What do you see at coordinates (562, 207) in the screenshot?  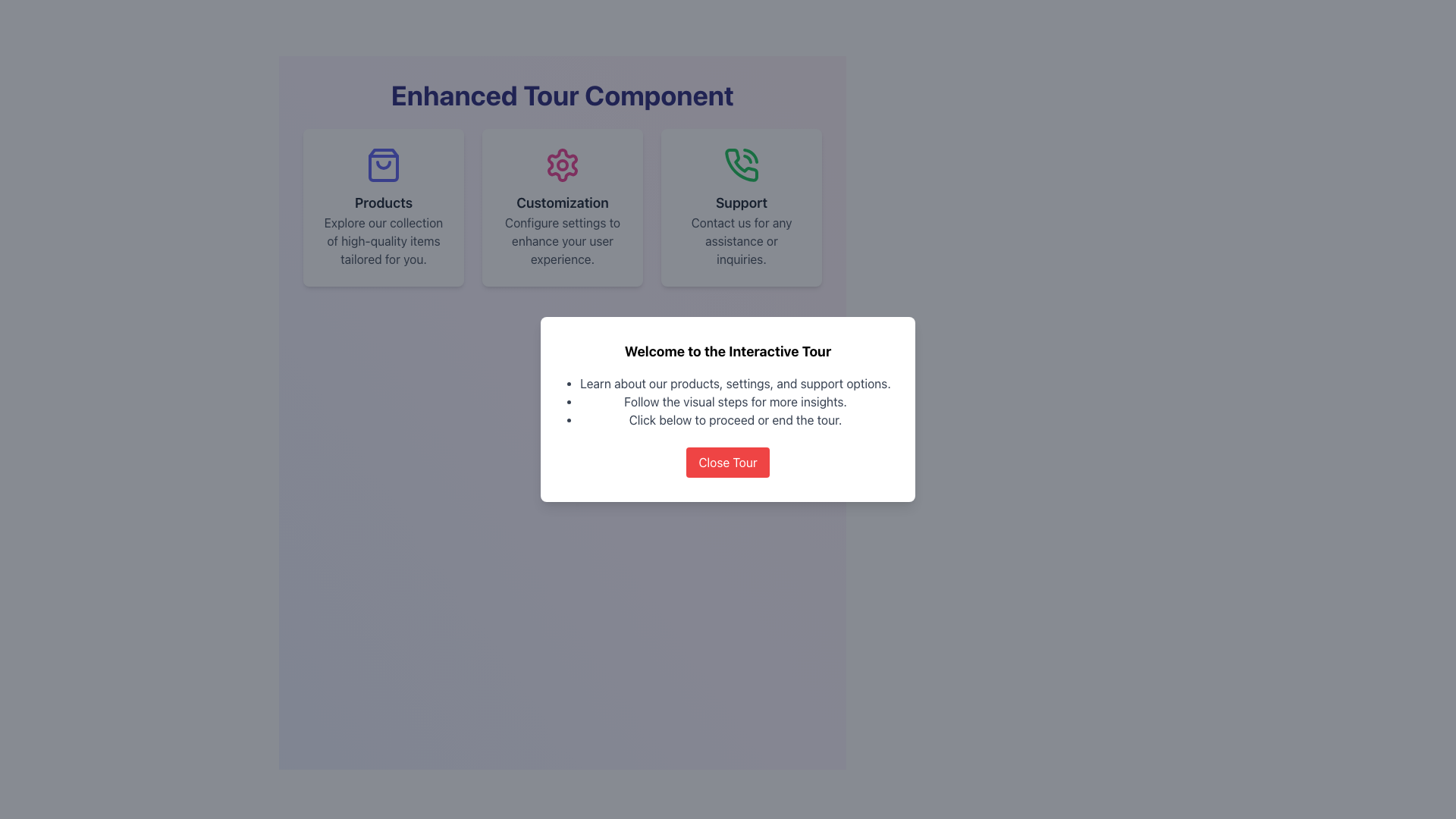 I see `the static informational component titled 'Customization' located in the middle section of a three-column layout, specifically in the second column between 'Products' and 'Support'` at bounding box center [562, 207].